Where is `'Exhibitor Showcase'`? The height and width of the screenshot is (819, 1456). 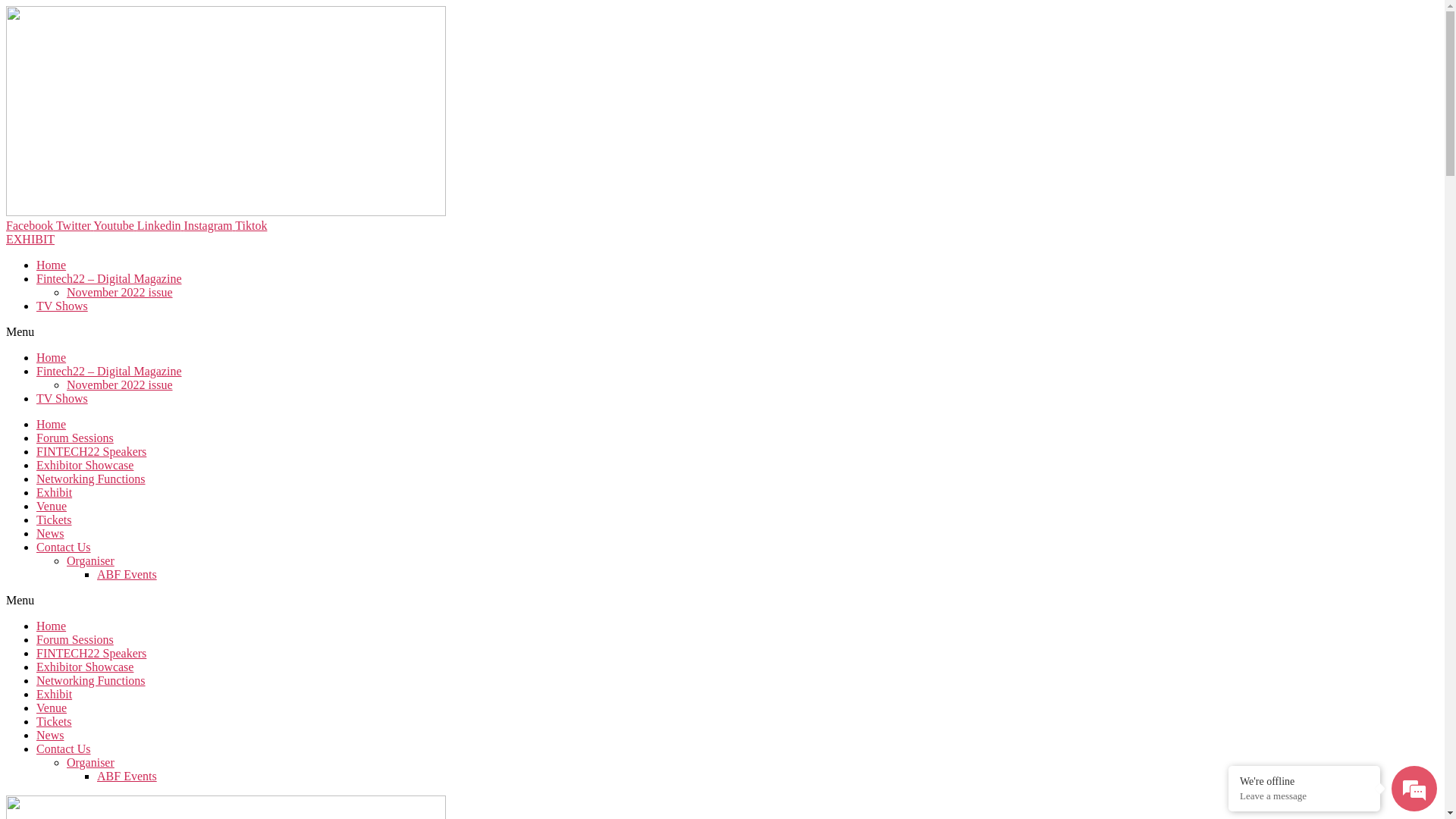
'Exhibitor Showcase' is located at coordinates (83, 464).